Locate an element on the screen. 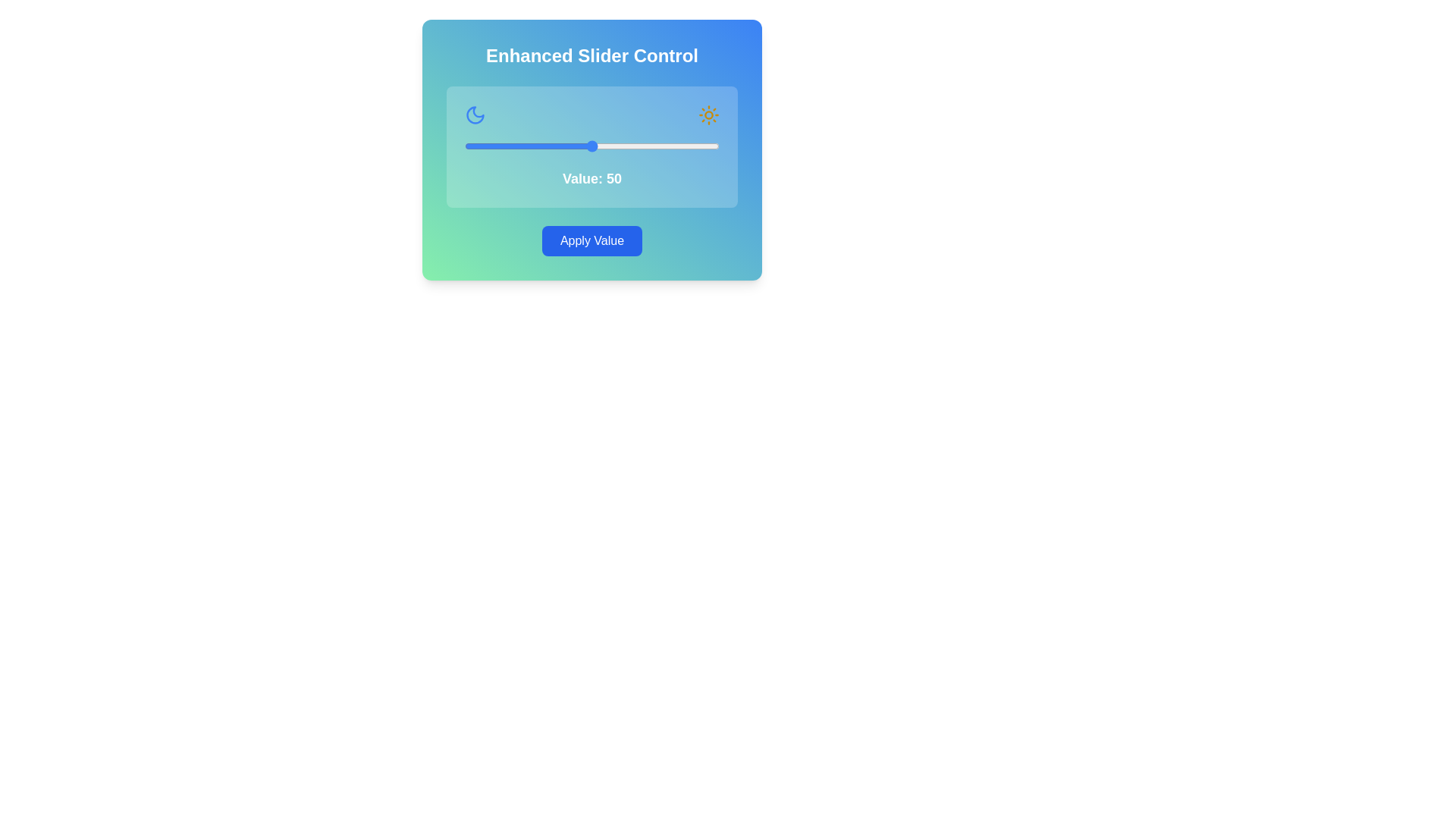  the slider is located at coordinates (566, 146).